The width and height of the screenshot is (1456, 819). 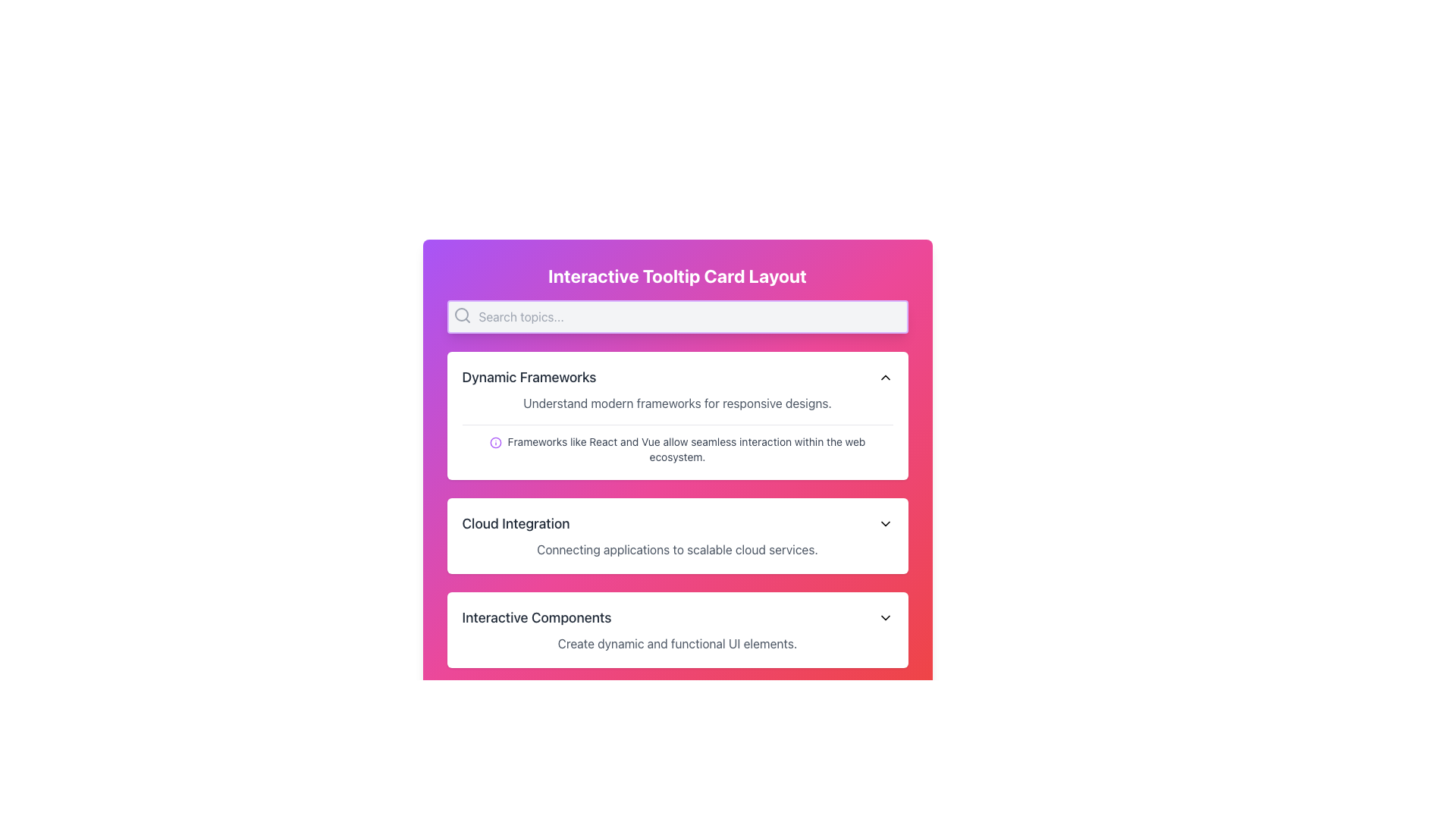 What do you see at coordinates (536, 617) in the screenshot?
I see `the Text Label in the 'Interactive Components' section, which is the leftmost item before the downward-facing chevron icon` at bounding box center [536, 617].